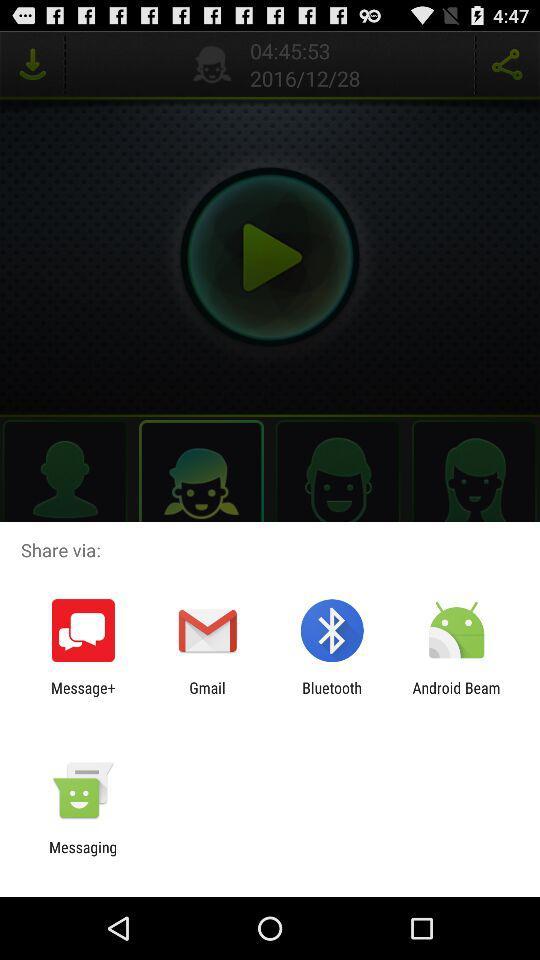  I want to click on item next to the message+, so click(206, 696).